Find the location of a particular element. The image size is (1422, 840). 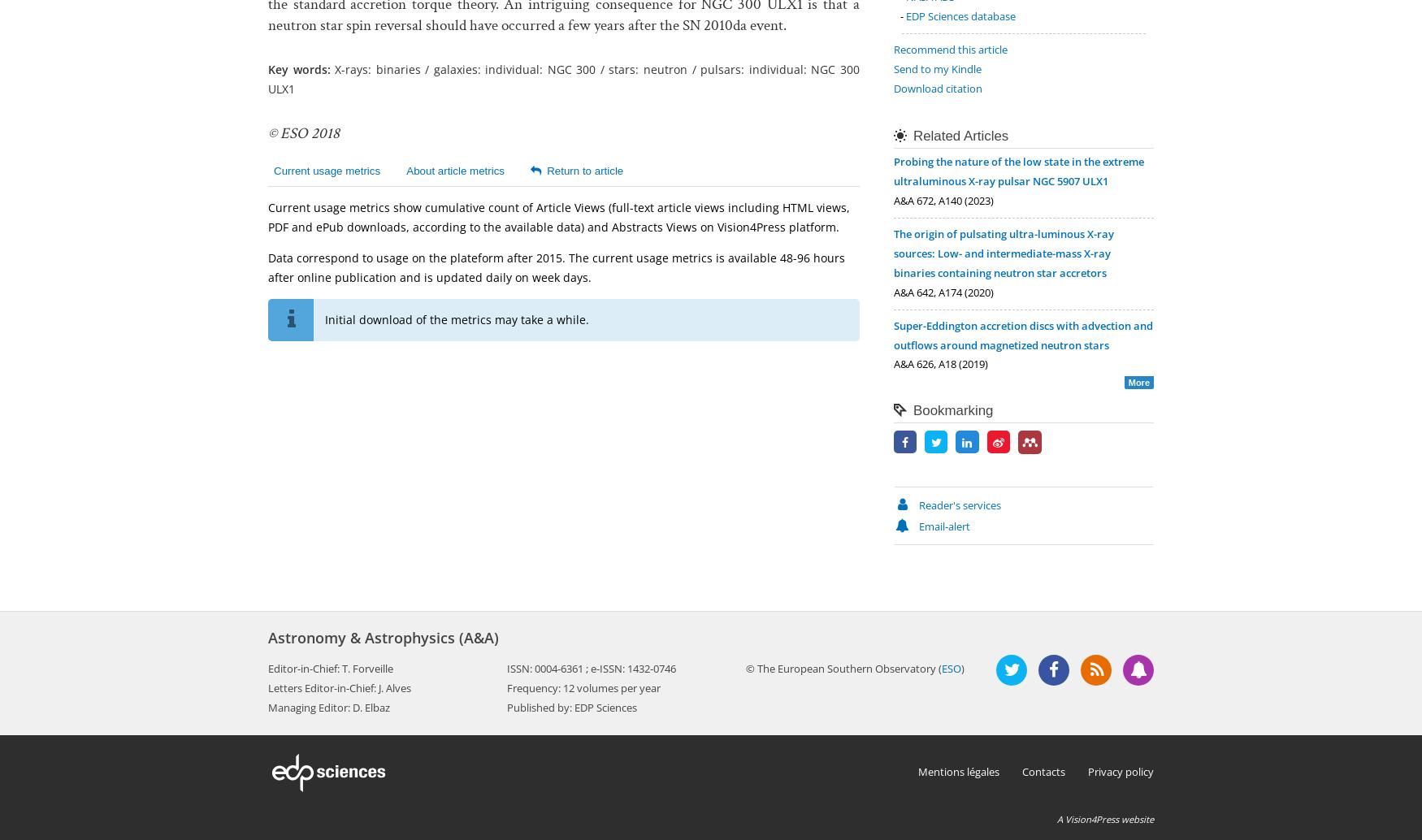

'ESO' is located at coordinates (950, 667).